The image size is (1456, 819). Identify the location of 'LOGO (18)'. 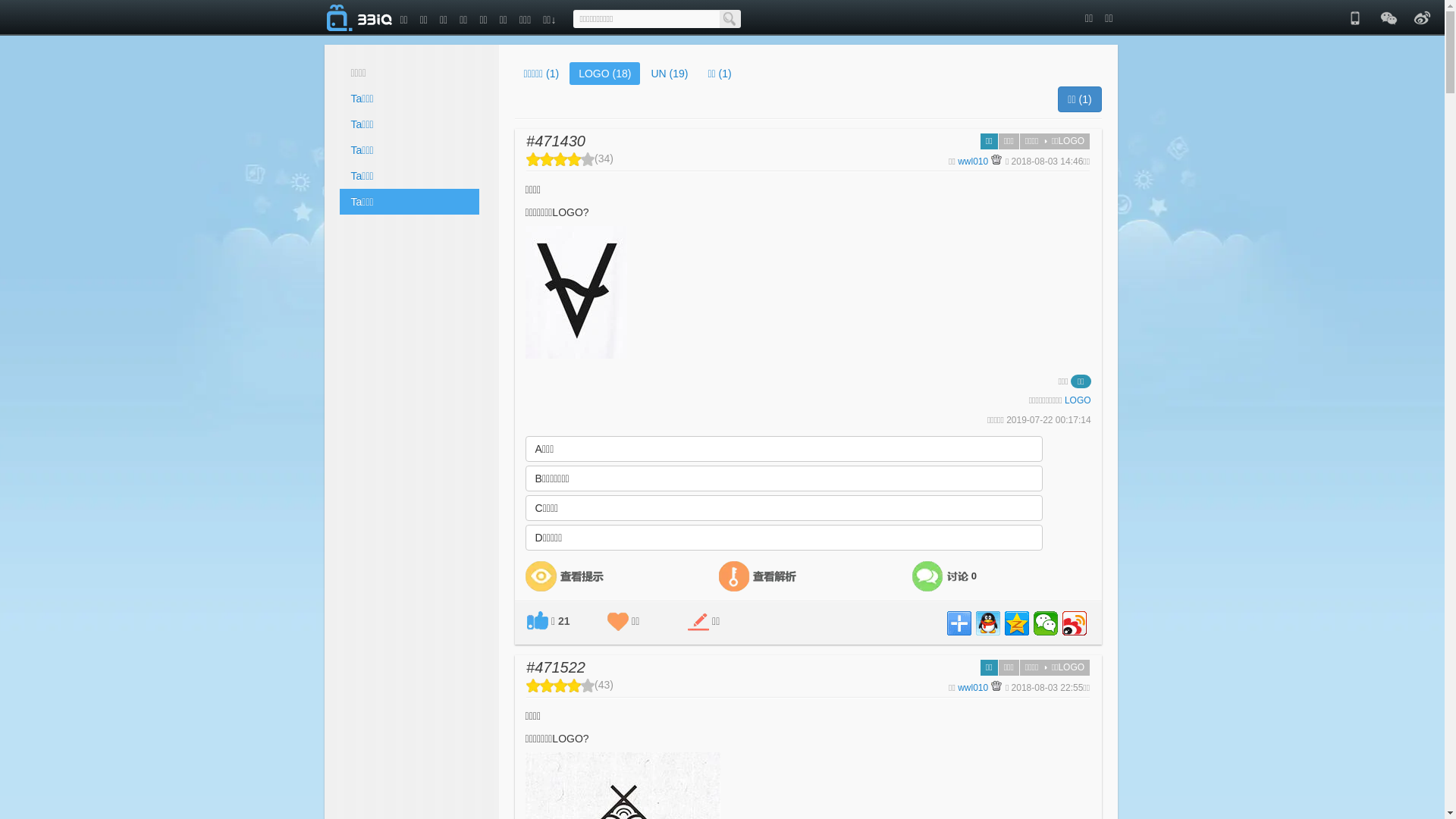
(568, 73).